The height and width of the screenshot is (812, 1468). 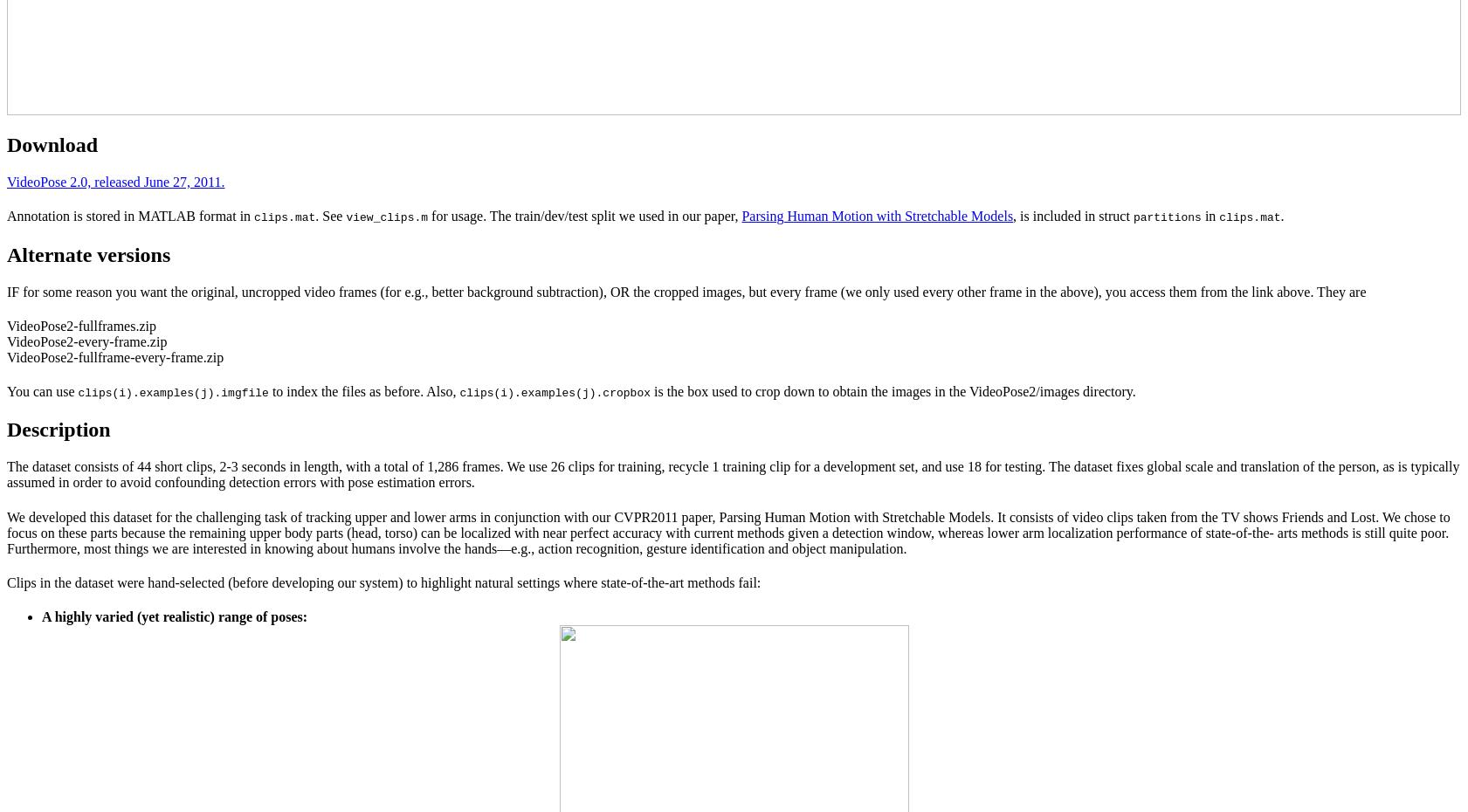 I want to click on 'Parsing Human Motion with Stretchable Models', so click(x=877, y=216).